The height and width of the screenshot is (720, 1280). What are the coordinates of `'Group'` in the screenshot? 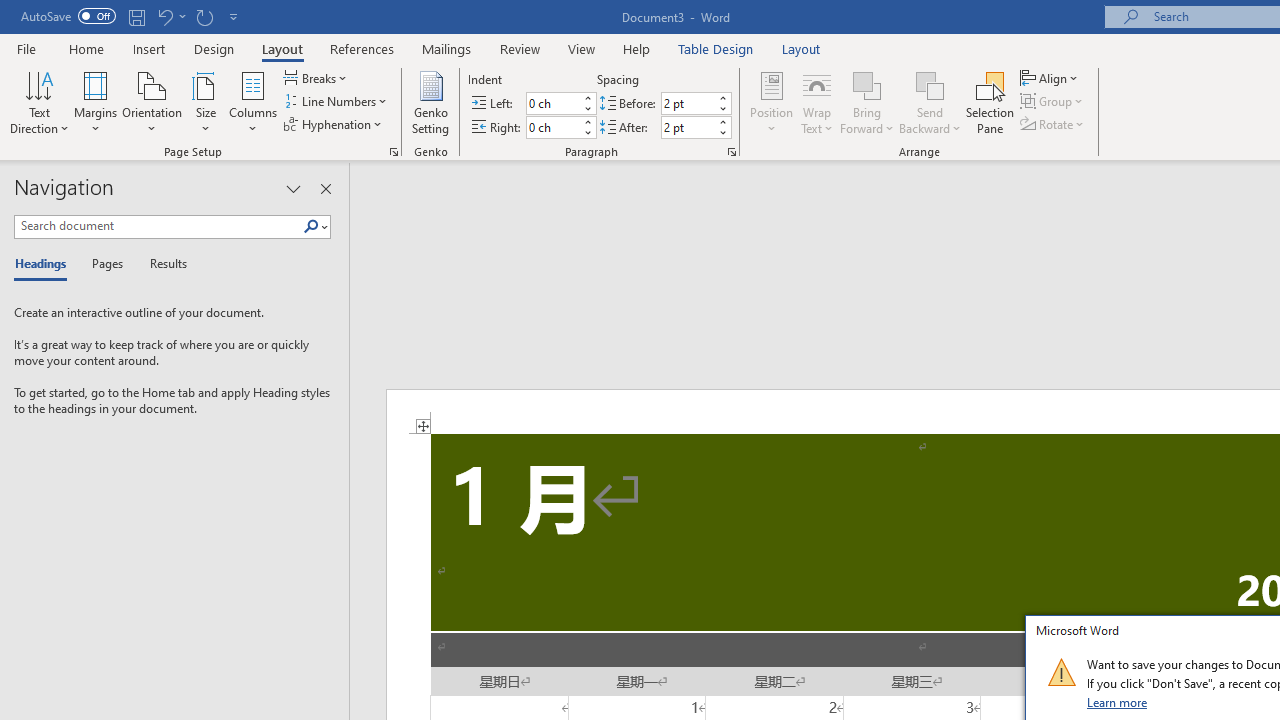 It's located at (1053, 101).